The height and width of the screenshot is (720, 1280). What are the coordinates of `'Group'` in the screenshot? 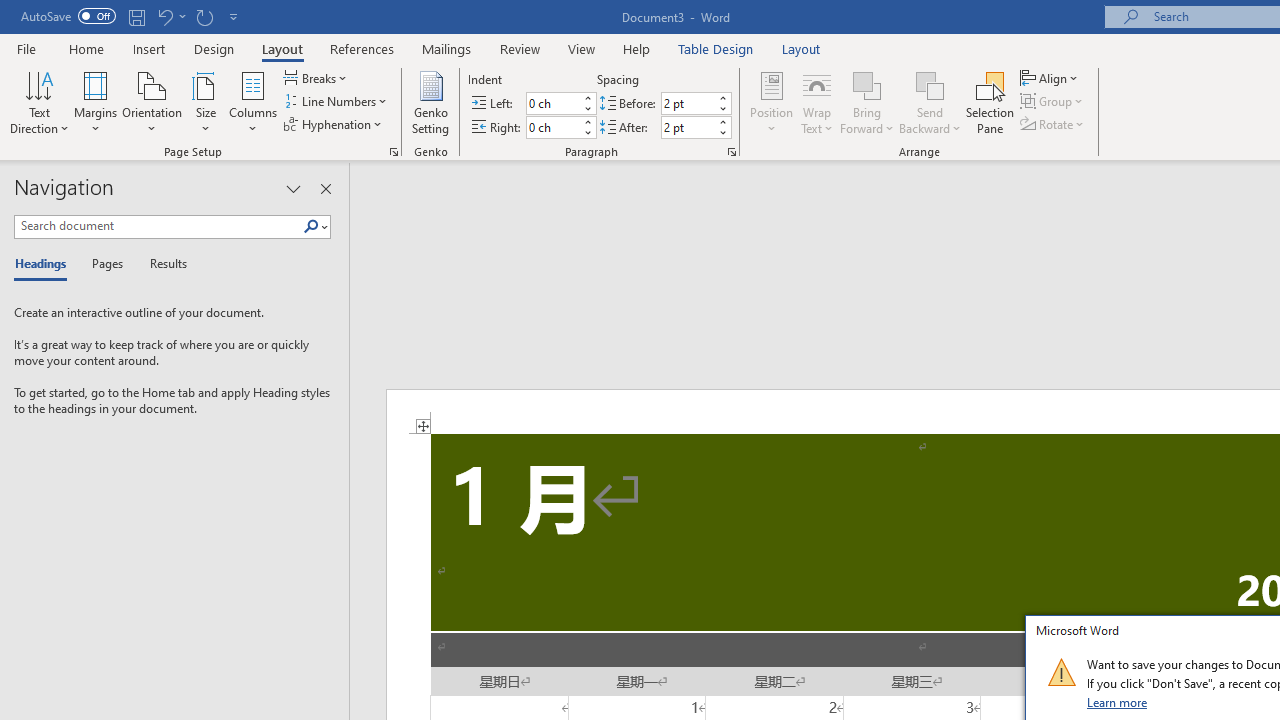 It's located at (1053, 101).